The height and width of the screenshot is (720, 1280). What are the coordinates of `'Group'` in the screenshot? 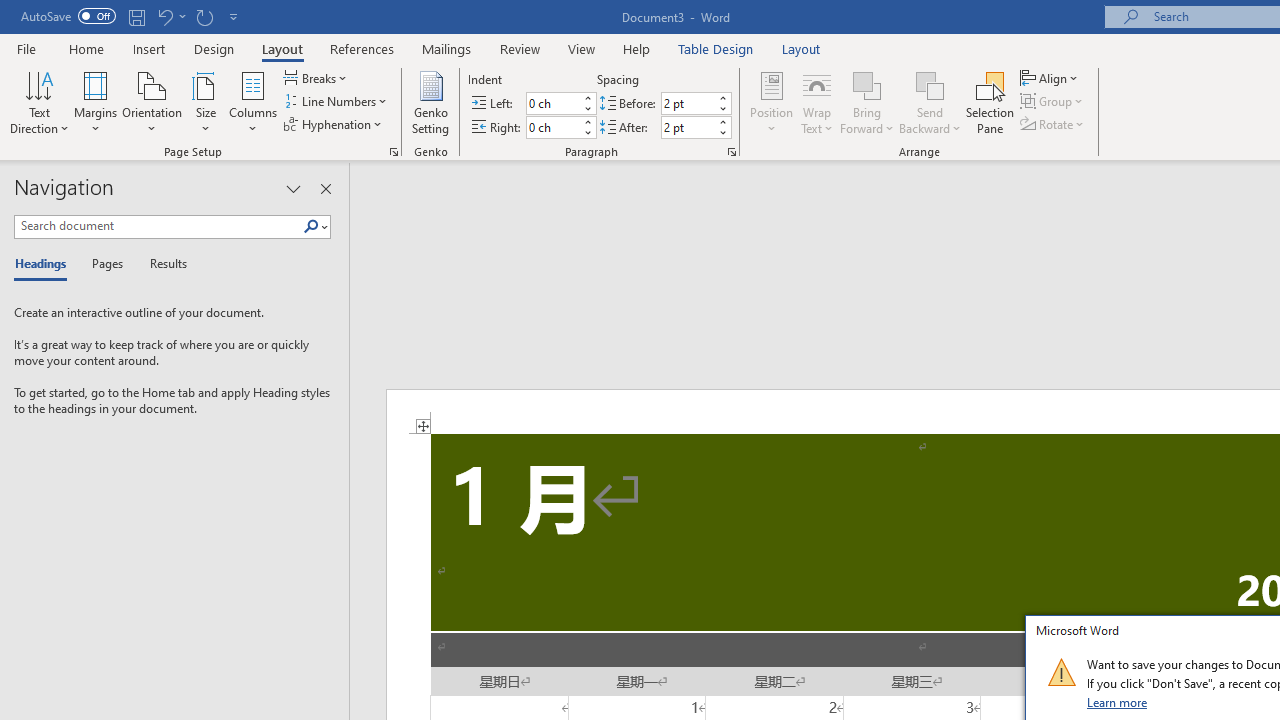 It's located at (1053, 101).